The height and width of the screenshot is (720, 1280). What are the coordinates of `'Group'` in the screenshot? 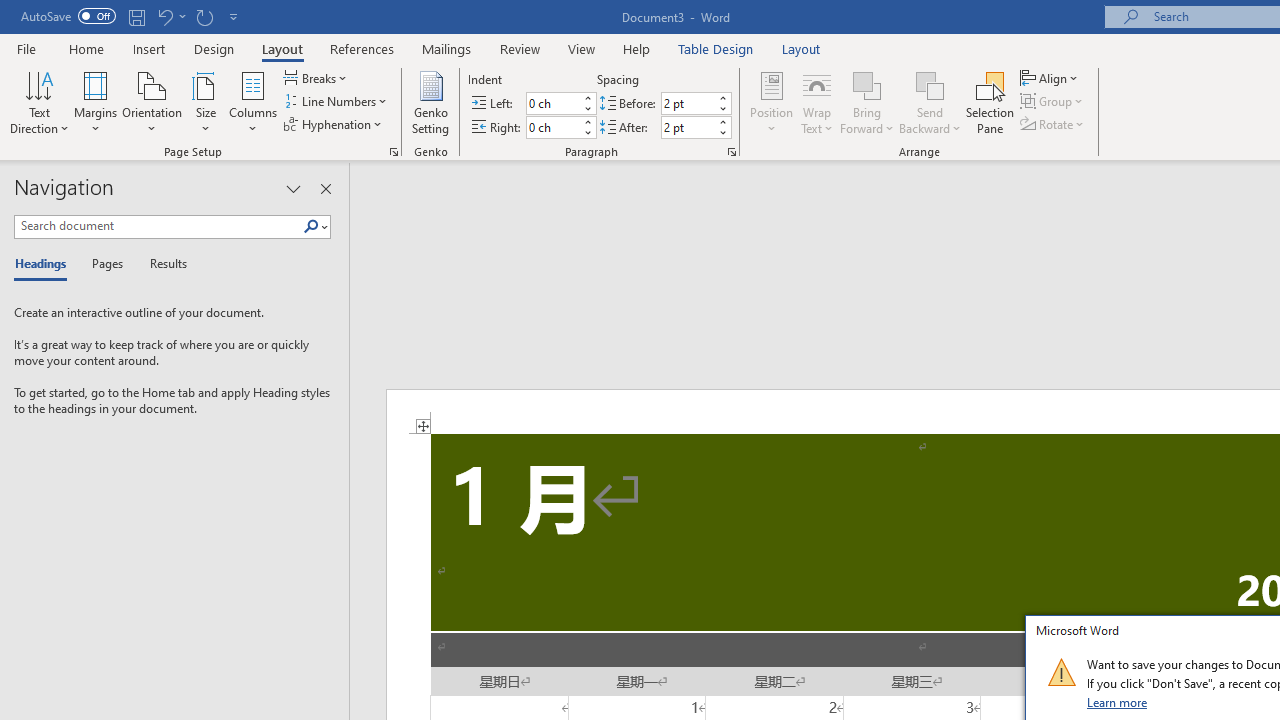 It's located at (1053, 101).